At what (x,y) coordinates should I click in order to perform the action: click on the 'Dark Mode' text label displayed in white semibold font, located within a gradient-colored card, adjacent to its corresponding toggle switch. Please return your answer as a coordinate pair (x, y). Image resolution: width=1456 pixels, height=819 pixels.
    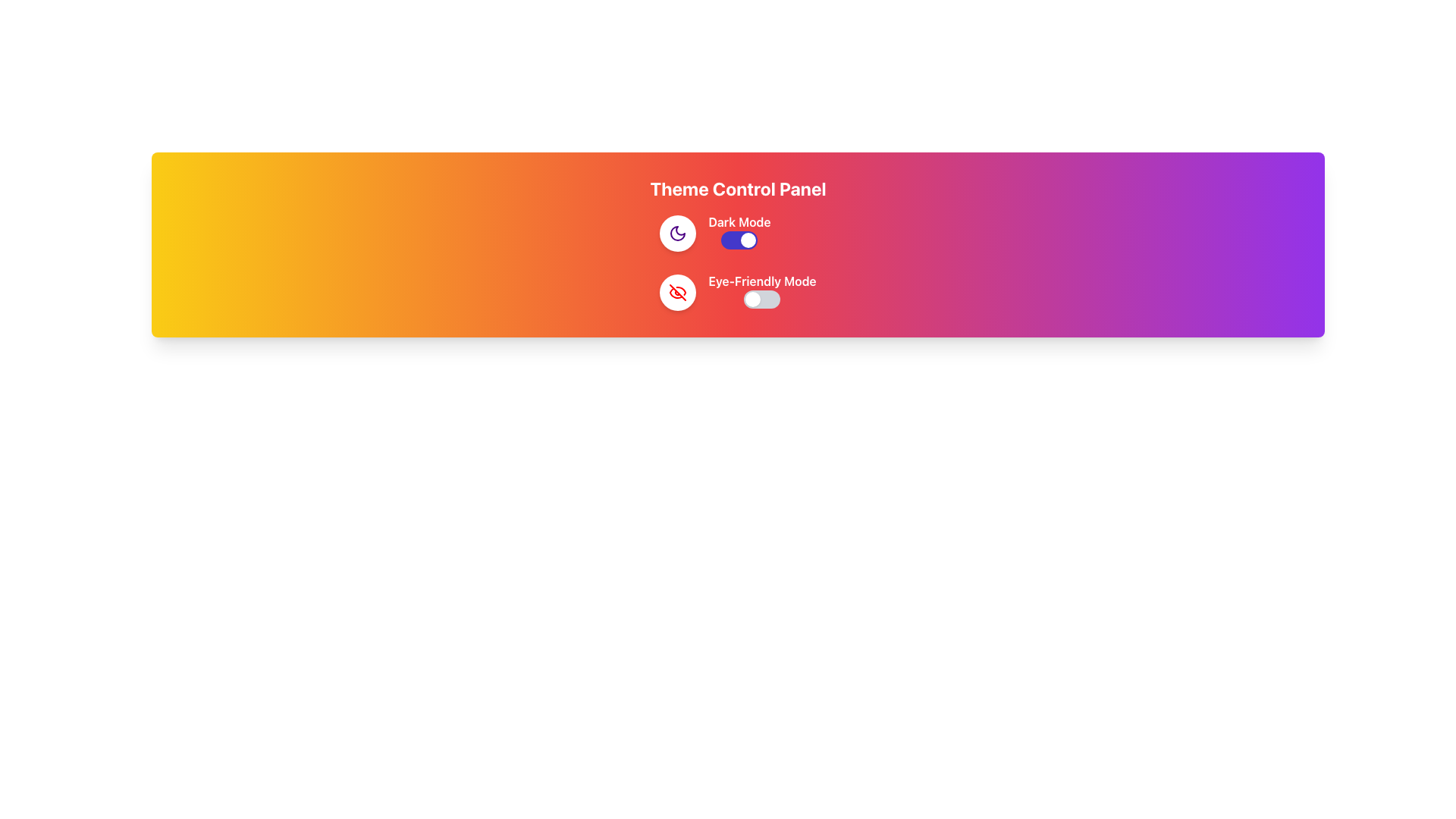
    Looking at the image, I should click on (739, 222).